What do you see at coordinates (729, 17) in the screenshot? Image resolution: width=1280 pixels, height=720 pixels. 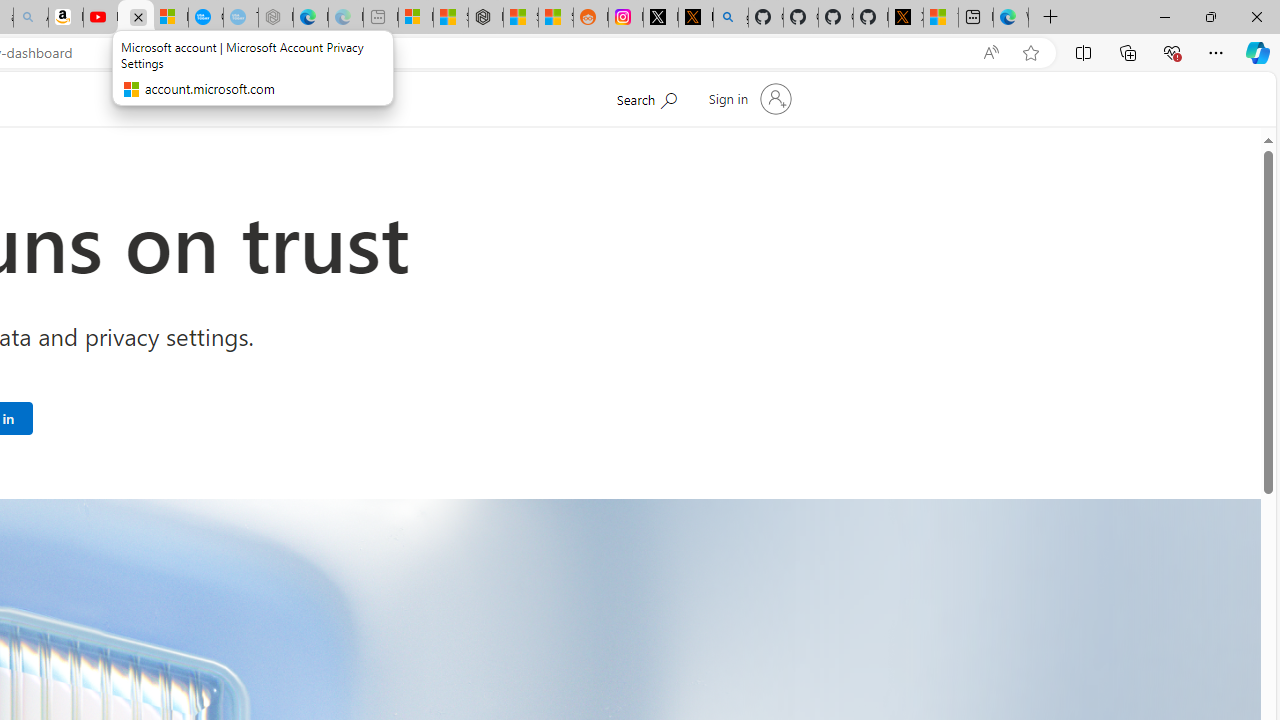 I see `'github - Search'` at bounding box center [729, 17].